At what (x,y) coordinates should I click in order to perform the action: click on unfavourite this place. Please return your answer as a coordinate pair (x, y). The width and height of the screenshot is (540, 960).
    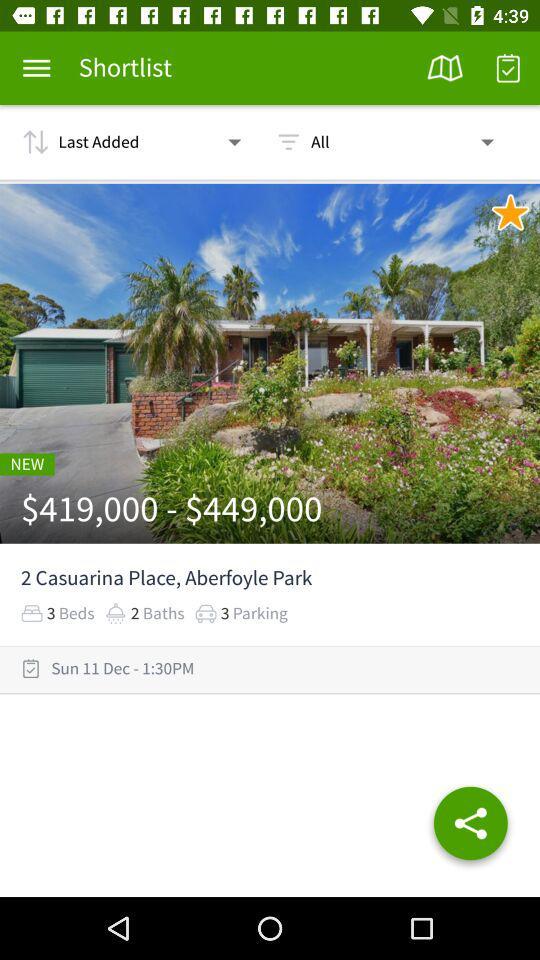
    Looking at the image, I should click on (510, 212).